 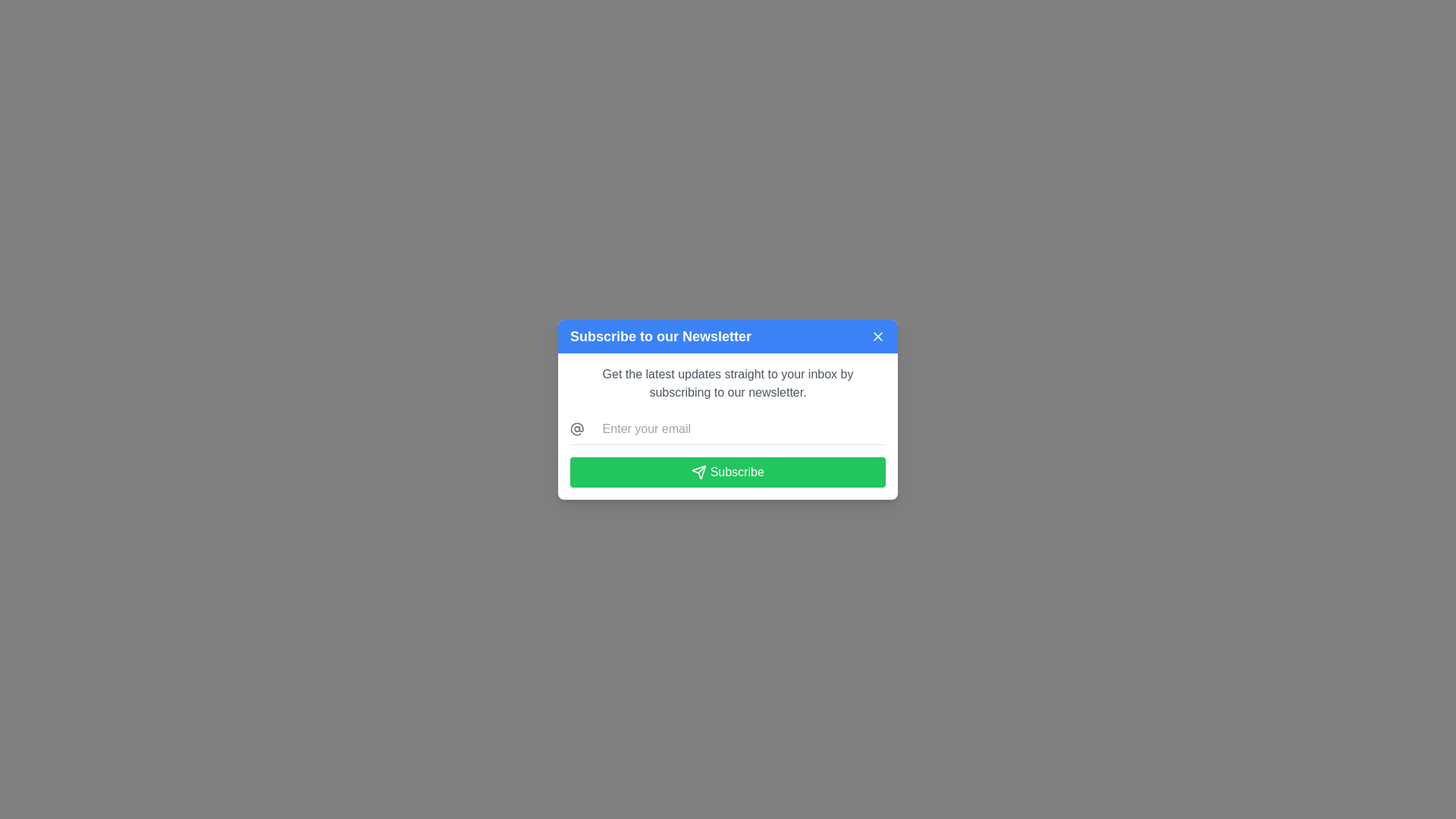 I want to click on the text label or heading located at the top left of the blue header section within the newsletter subscription popup, so click(x=661, y=335).